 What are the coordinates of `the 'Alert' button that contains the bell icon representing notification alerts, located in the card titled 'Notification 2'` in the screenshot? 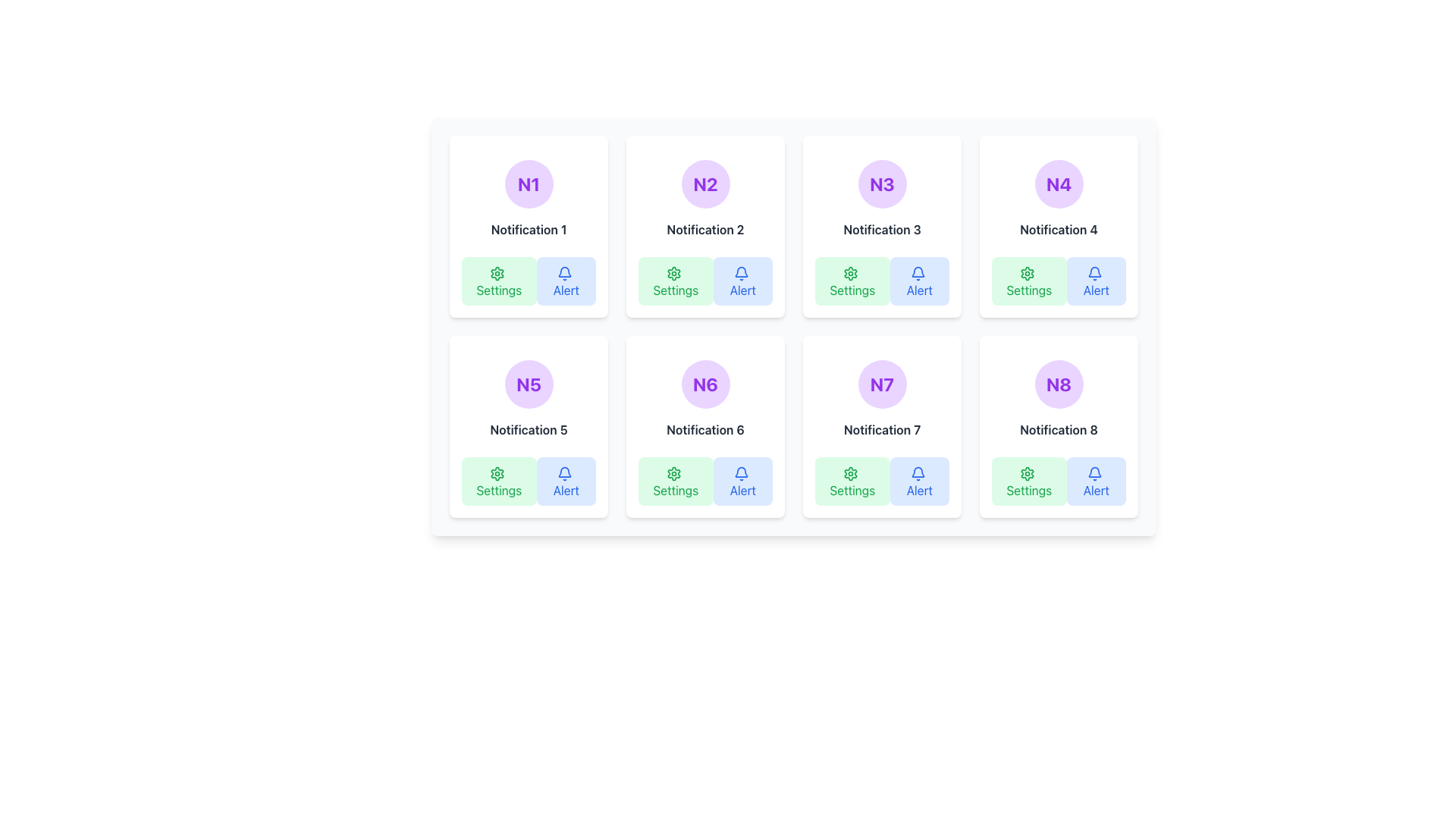 It's located at (741, 273).